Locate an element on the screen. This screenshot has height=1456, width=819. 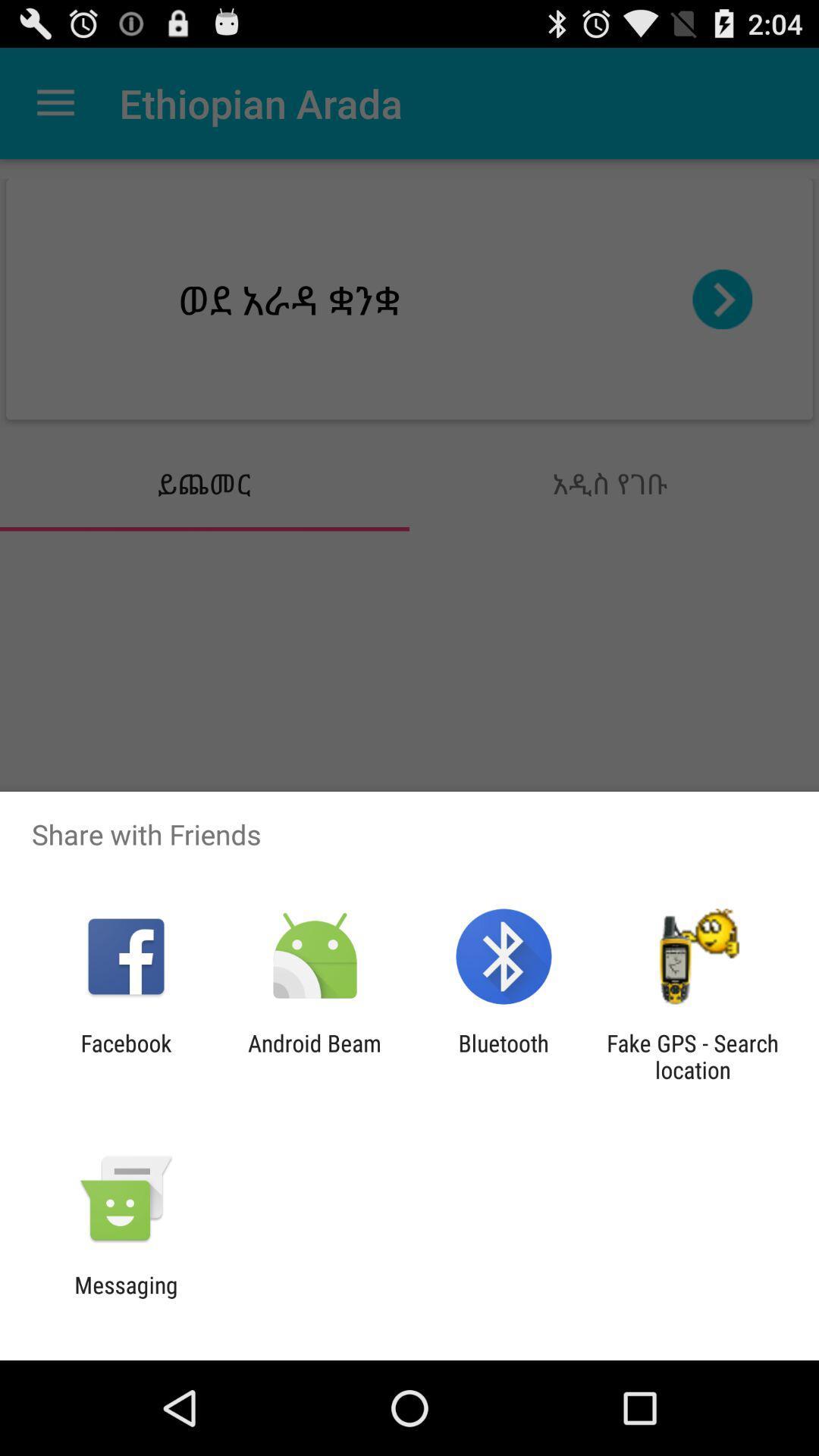
the item to the left of android beam app is located at coordinates (125, 1056).